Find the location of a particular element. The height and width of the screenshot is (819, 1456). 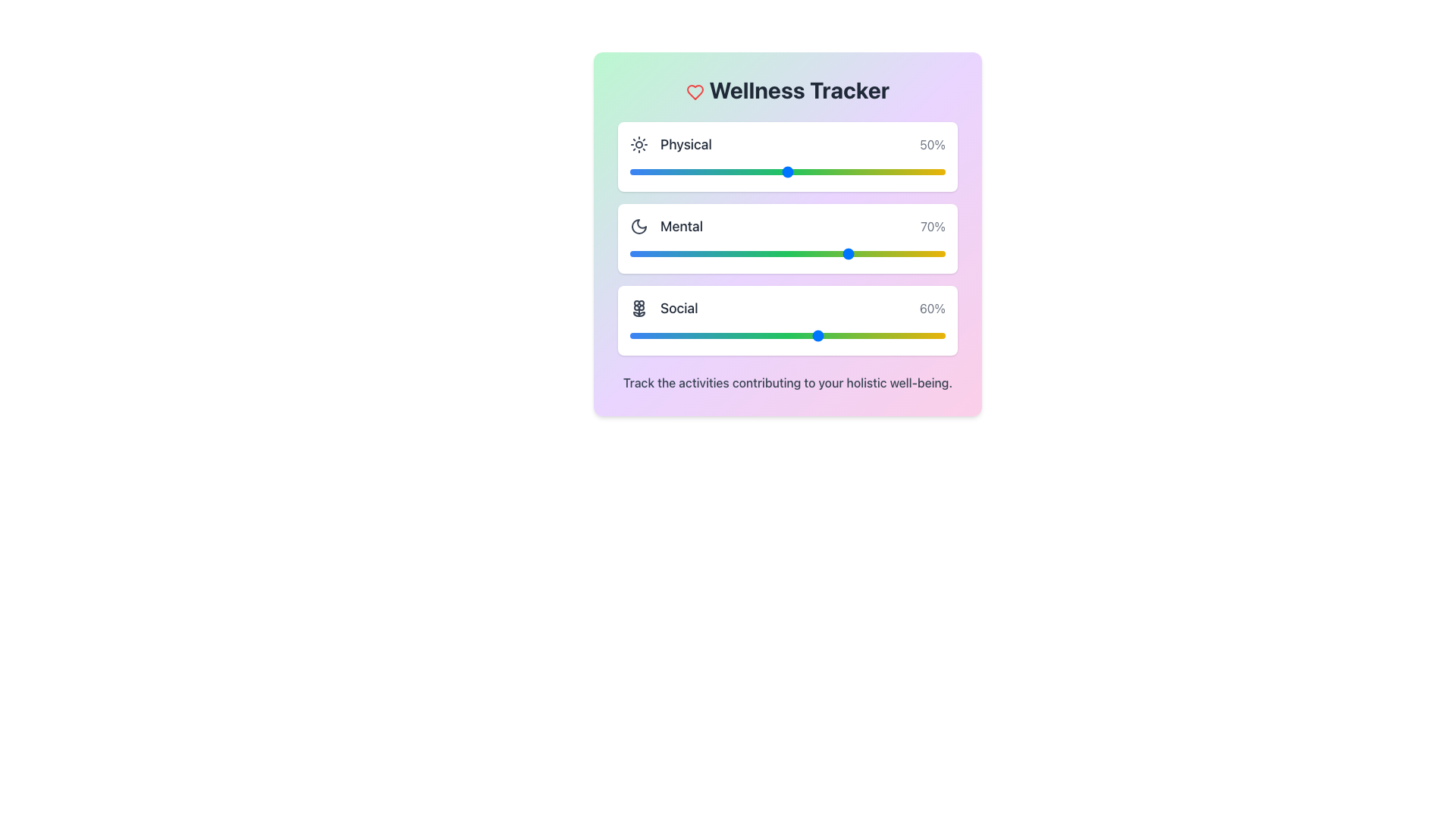

the sun icon located in the 'Physical' section of the 'Wellness Tracker' panel, positioned to the far left next to the 'Physical' text label is located at coordinates (639, 145).